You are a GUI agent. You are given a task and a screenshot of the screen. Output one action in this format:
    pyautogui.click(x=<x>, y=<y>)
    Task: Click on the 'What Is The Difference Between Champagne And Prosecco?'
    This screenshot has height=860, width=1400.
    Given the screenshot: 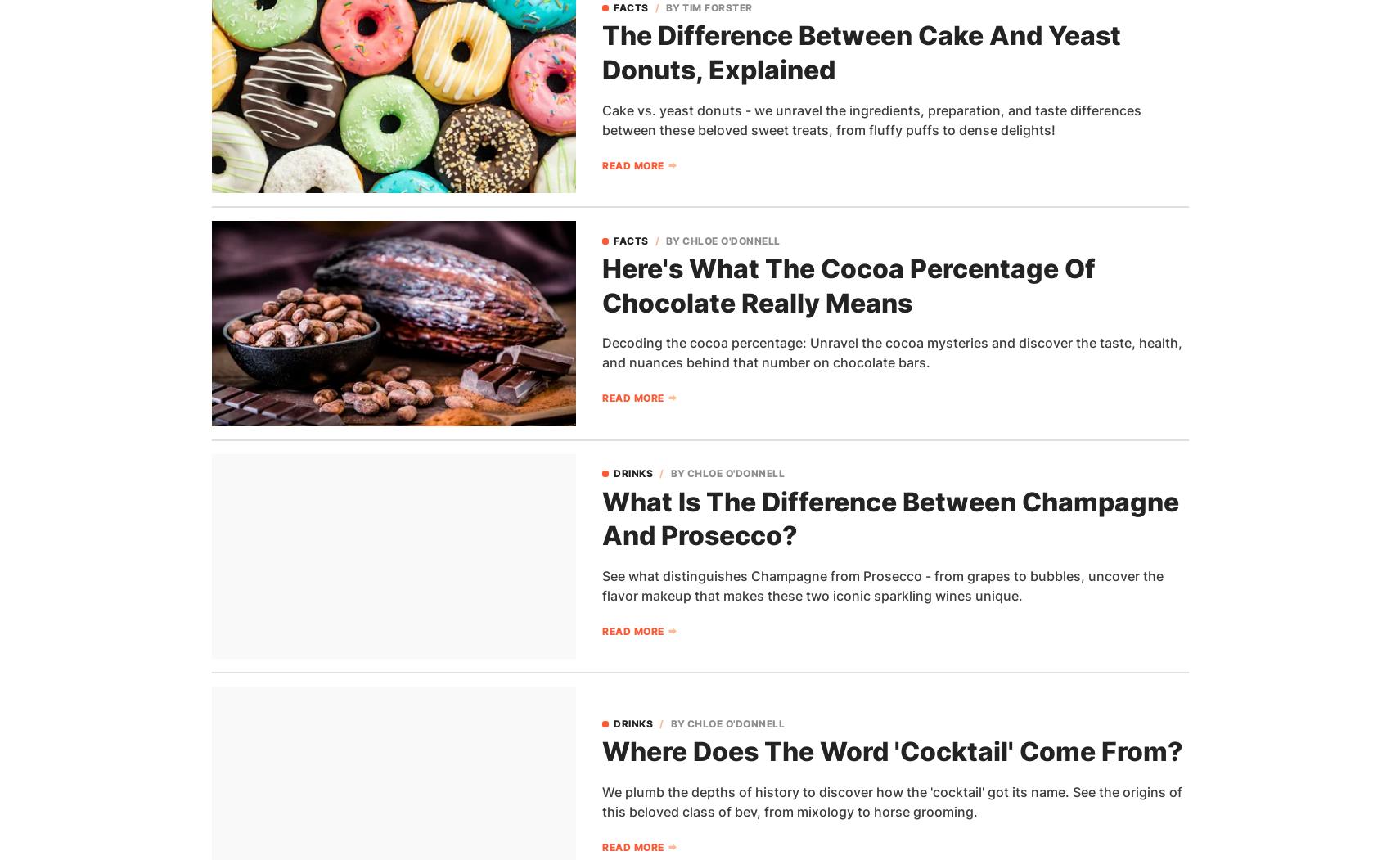 What is the action you would take?
    pyautogui.click(x=890, y=517)
    